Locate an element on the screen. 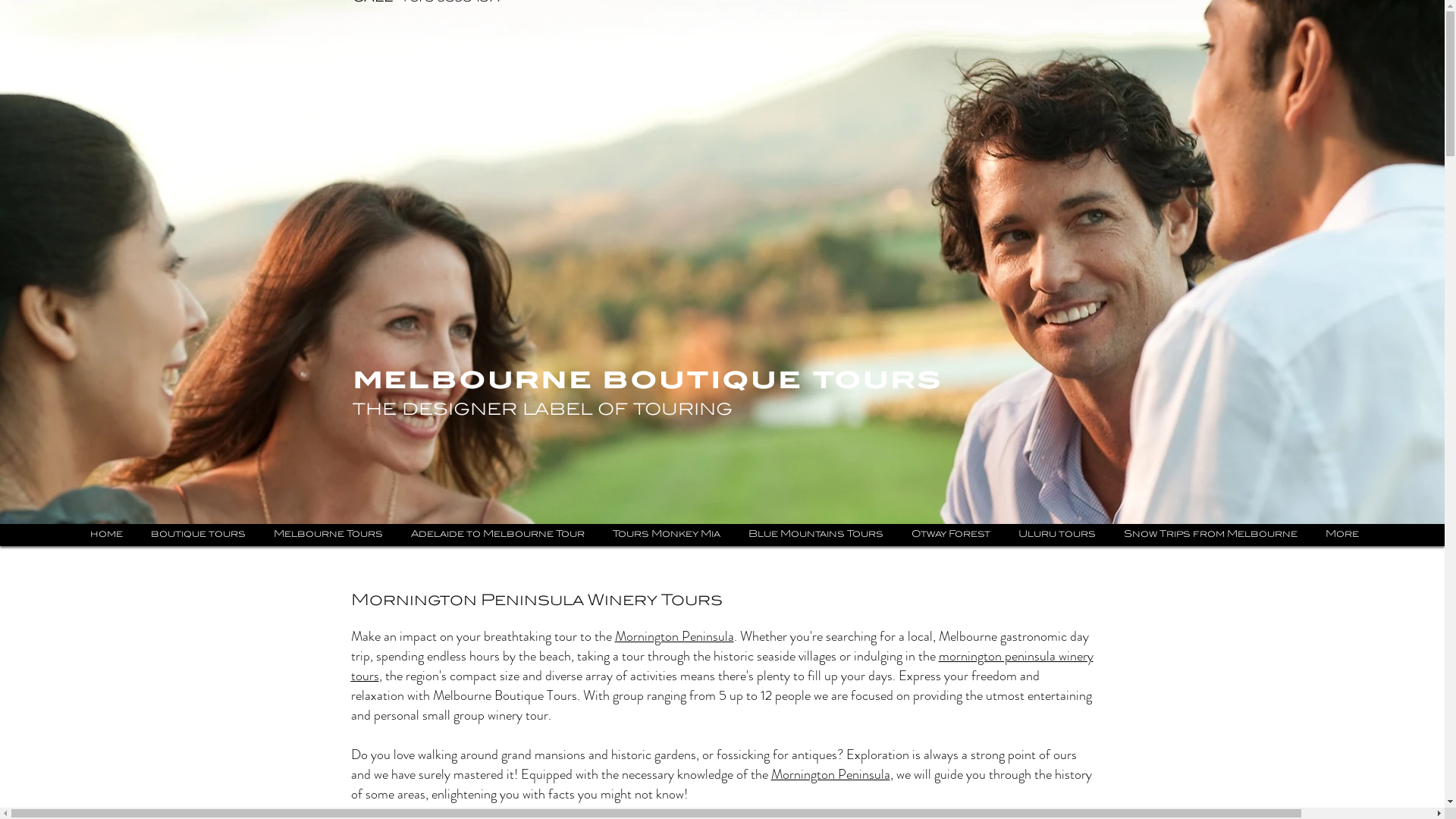 This screenshot has height=819, width=1456. 'Melbourne Tours' is located at coordinates (327, 534).